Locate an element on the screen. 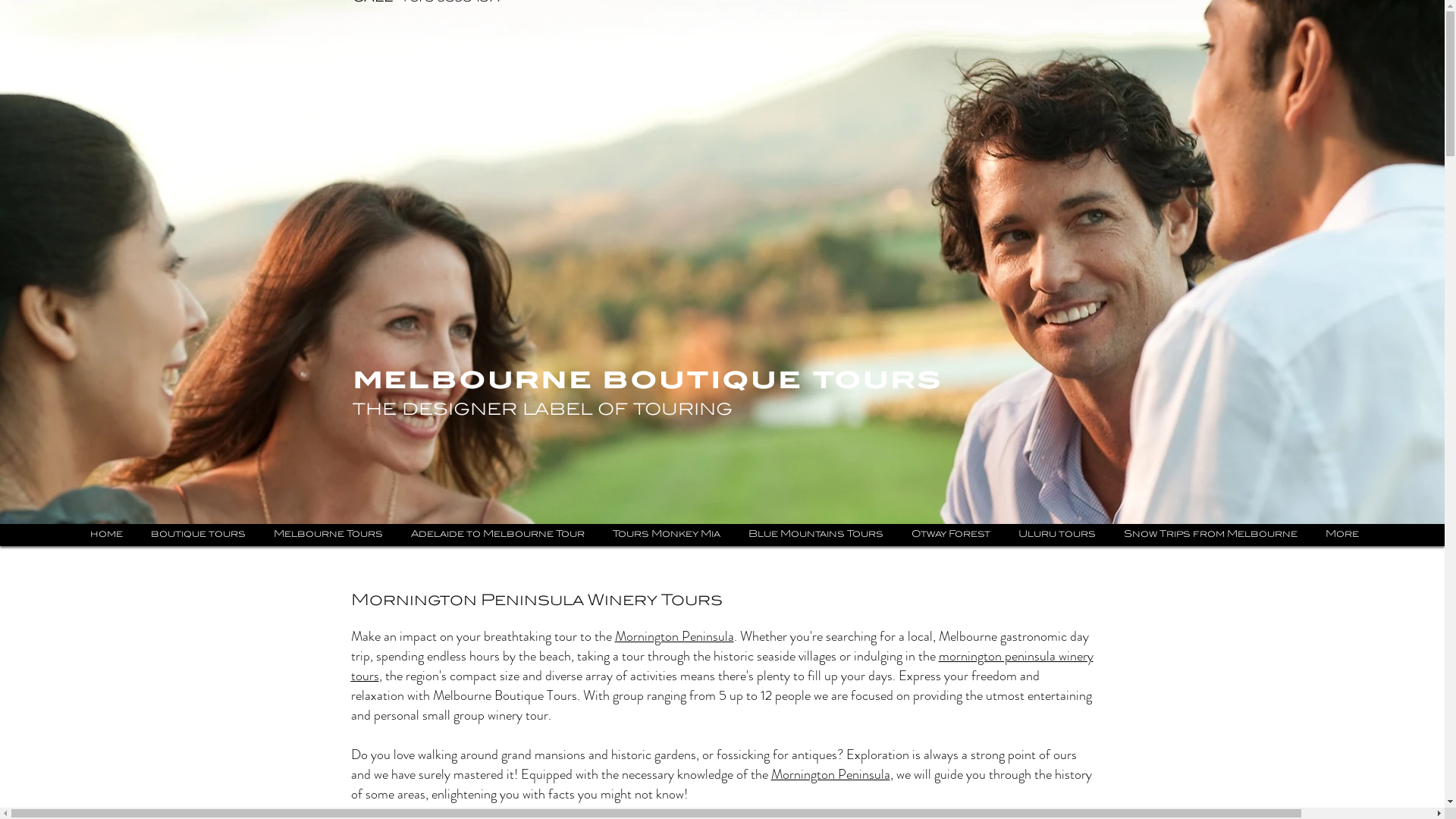 This screenshot has height=819, width=1456. 'Melbourne Tours' is located at coordinates (327, 534).